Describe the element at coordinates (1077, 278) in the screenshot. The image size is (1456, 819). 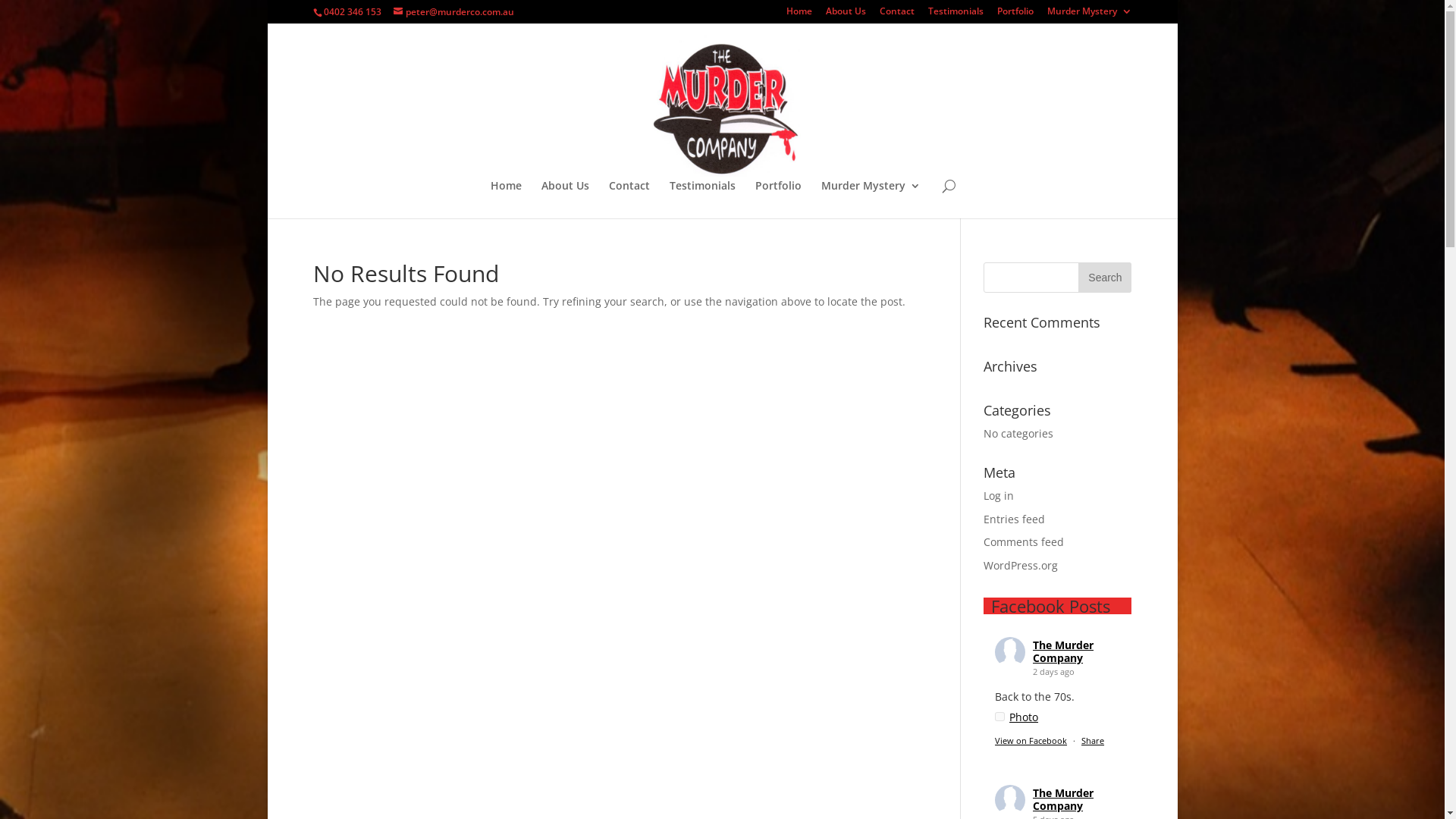
I see `'Search'` at that location.